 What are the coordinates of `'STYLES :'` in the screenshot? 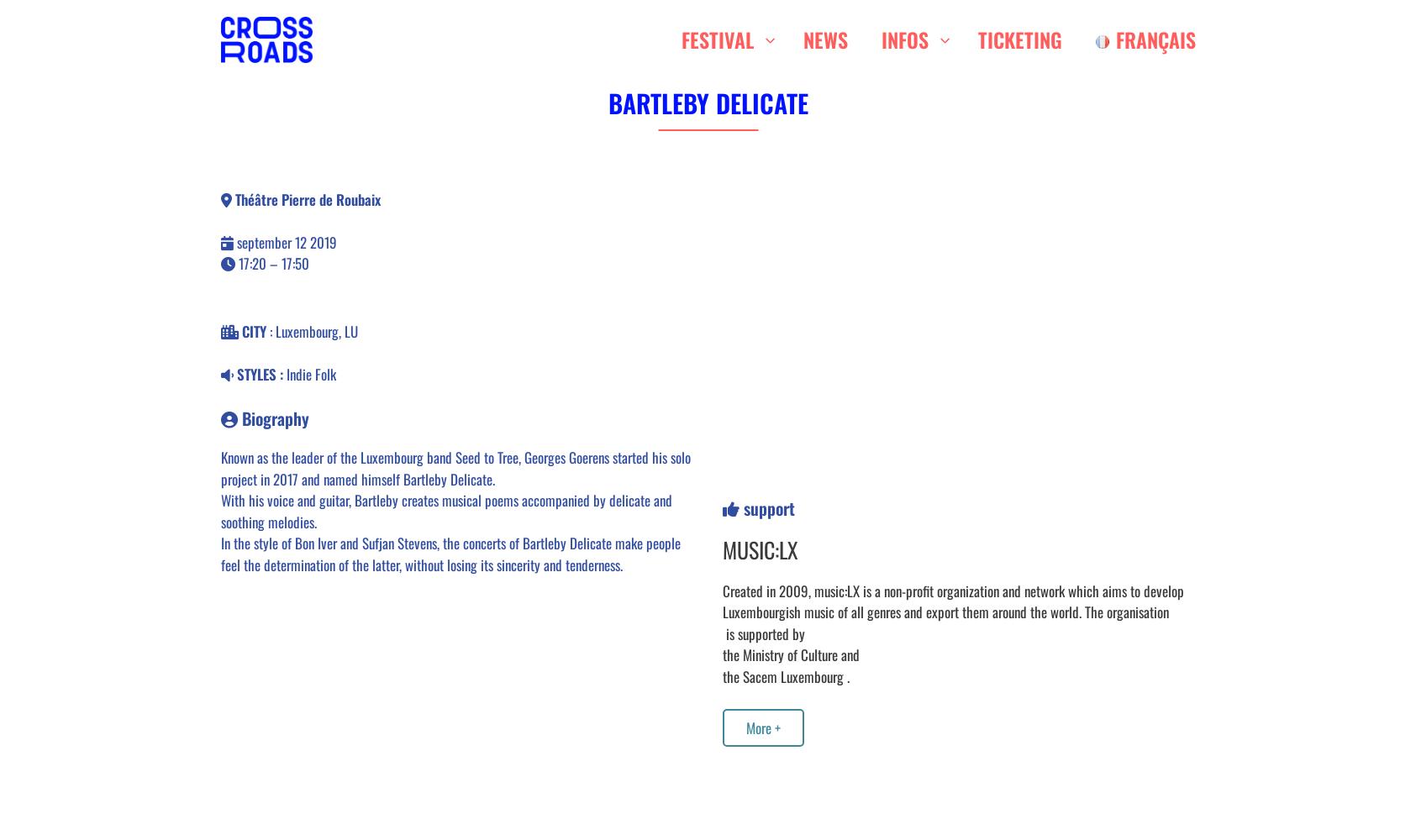 It's located at (259, 373).